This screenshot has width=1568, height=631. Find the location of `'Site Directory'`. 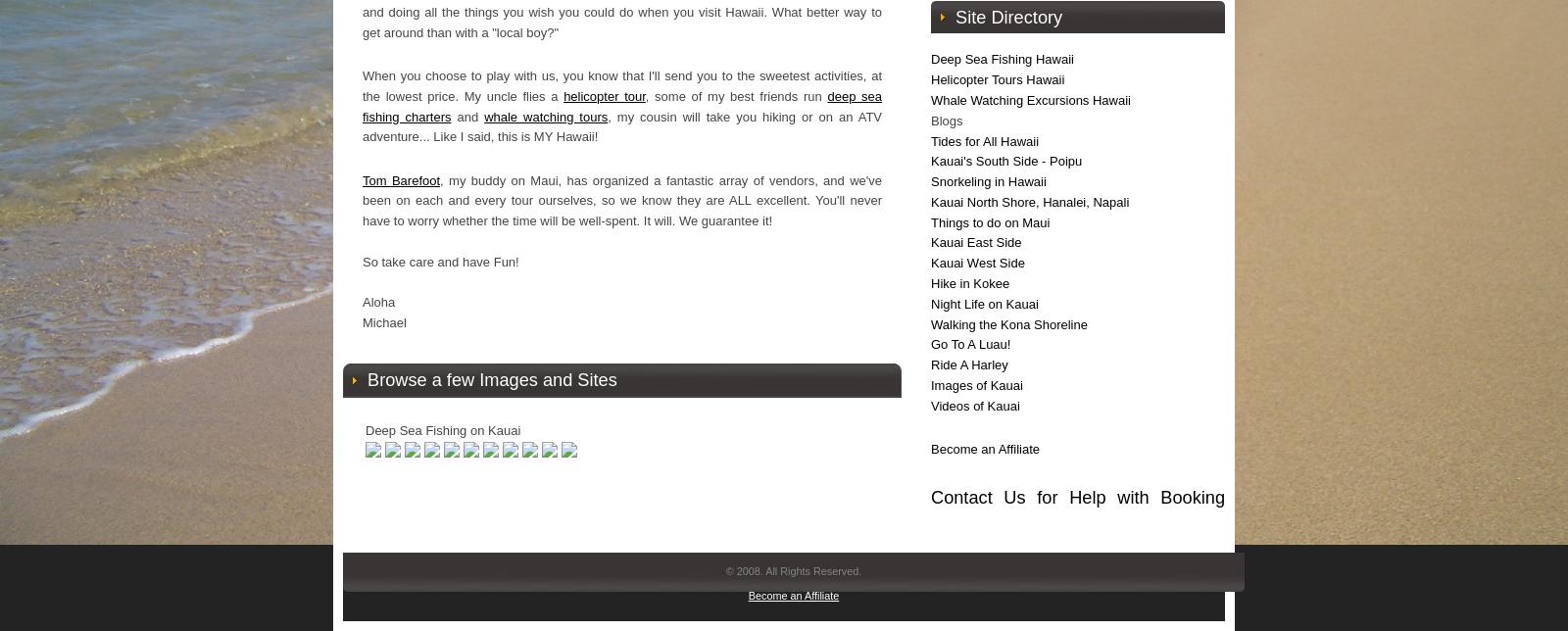

'Site Directory' is located at coordinates (1008, 18).